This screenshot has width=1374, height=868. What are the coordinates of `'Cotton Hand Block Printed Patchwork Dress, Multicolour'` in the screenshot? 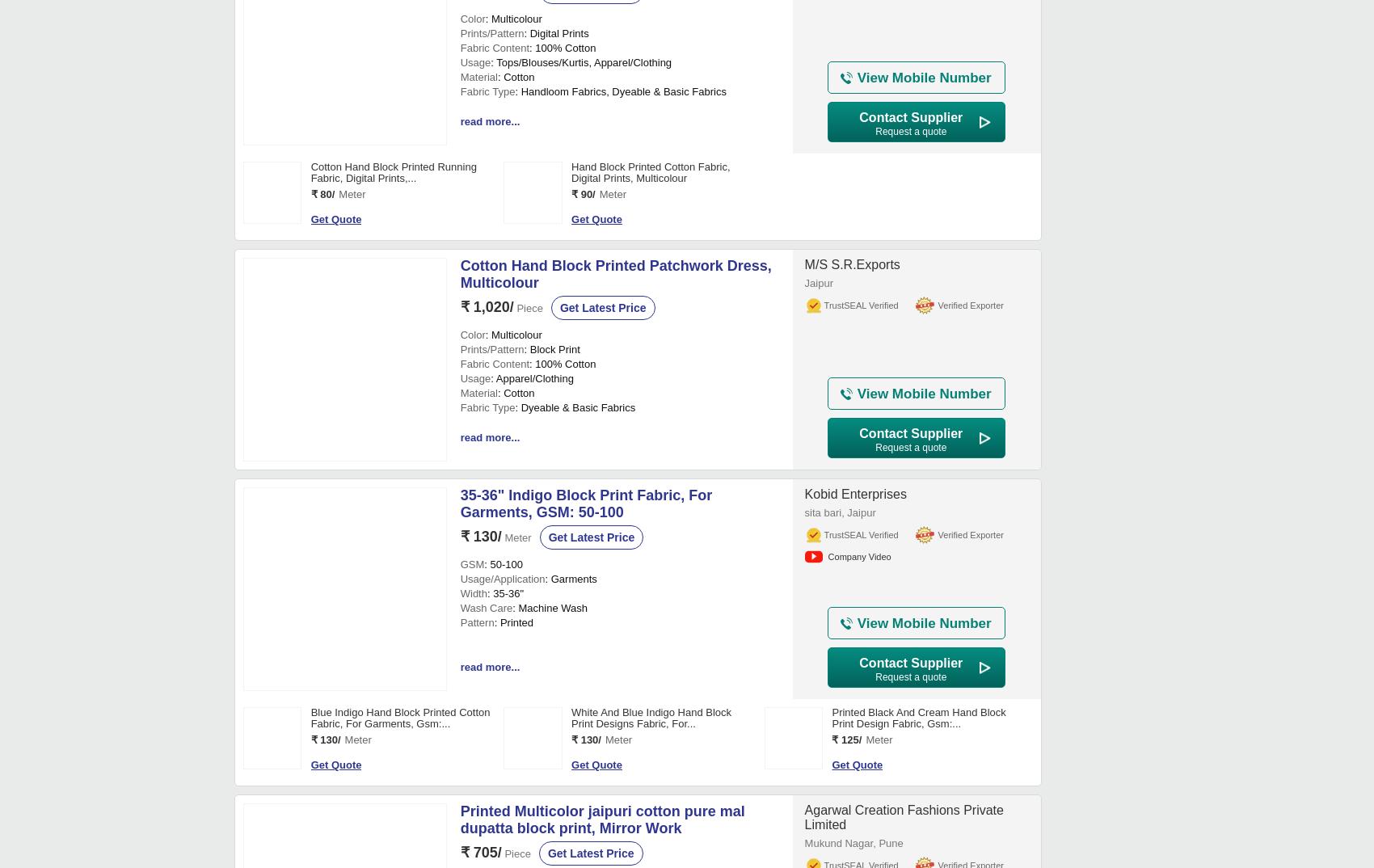 It's located at (614, 769).